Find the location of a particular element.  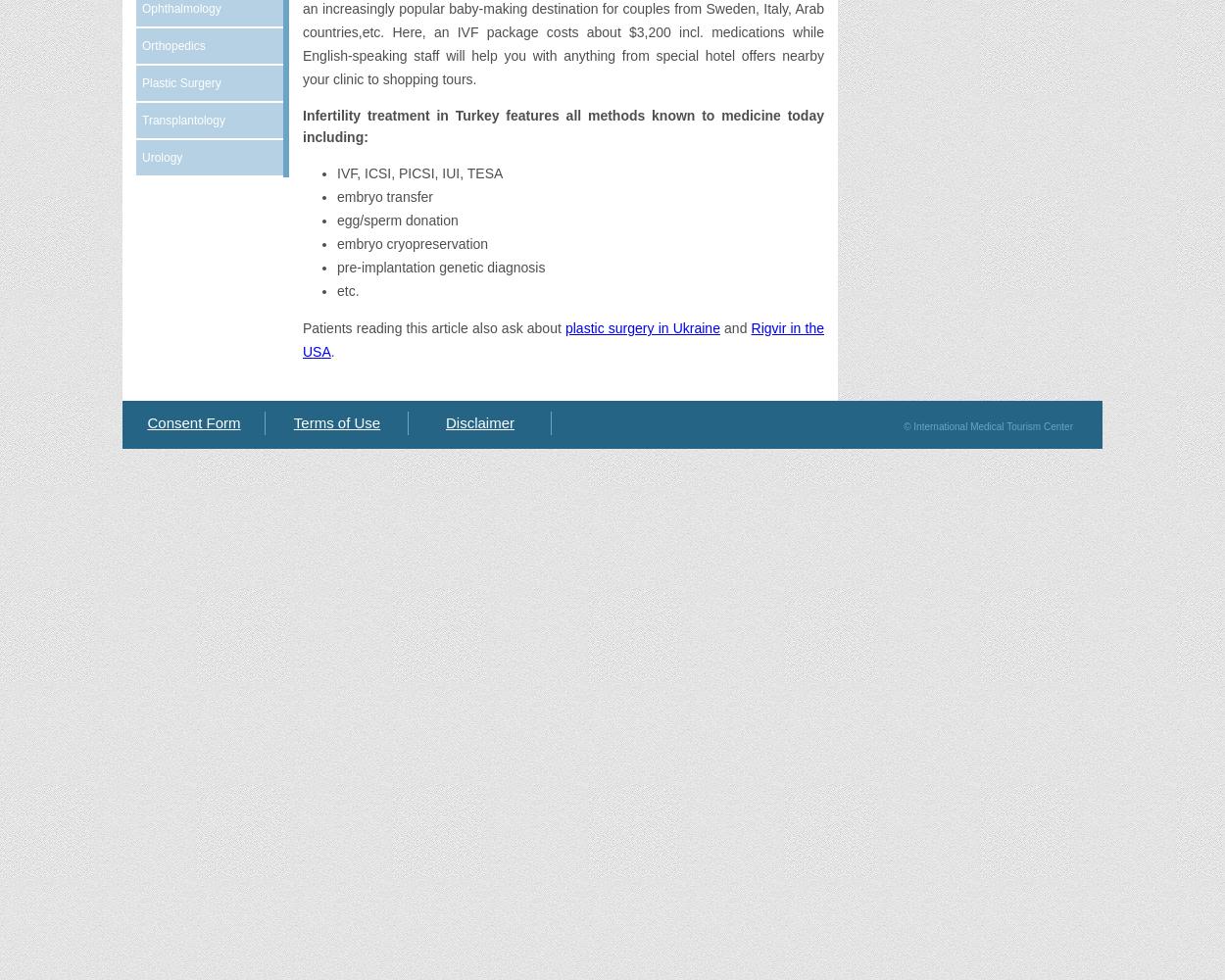

'IVF, ICSI, PICSI, IUI, TESA' is located at coordinates (419, 173).